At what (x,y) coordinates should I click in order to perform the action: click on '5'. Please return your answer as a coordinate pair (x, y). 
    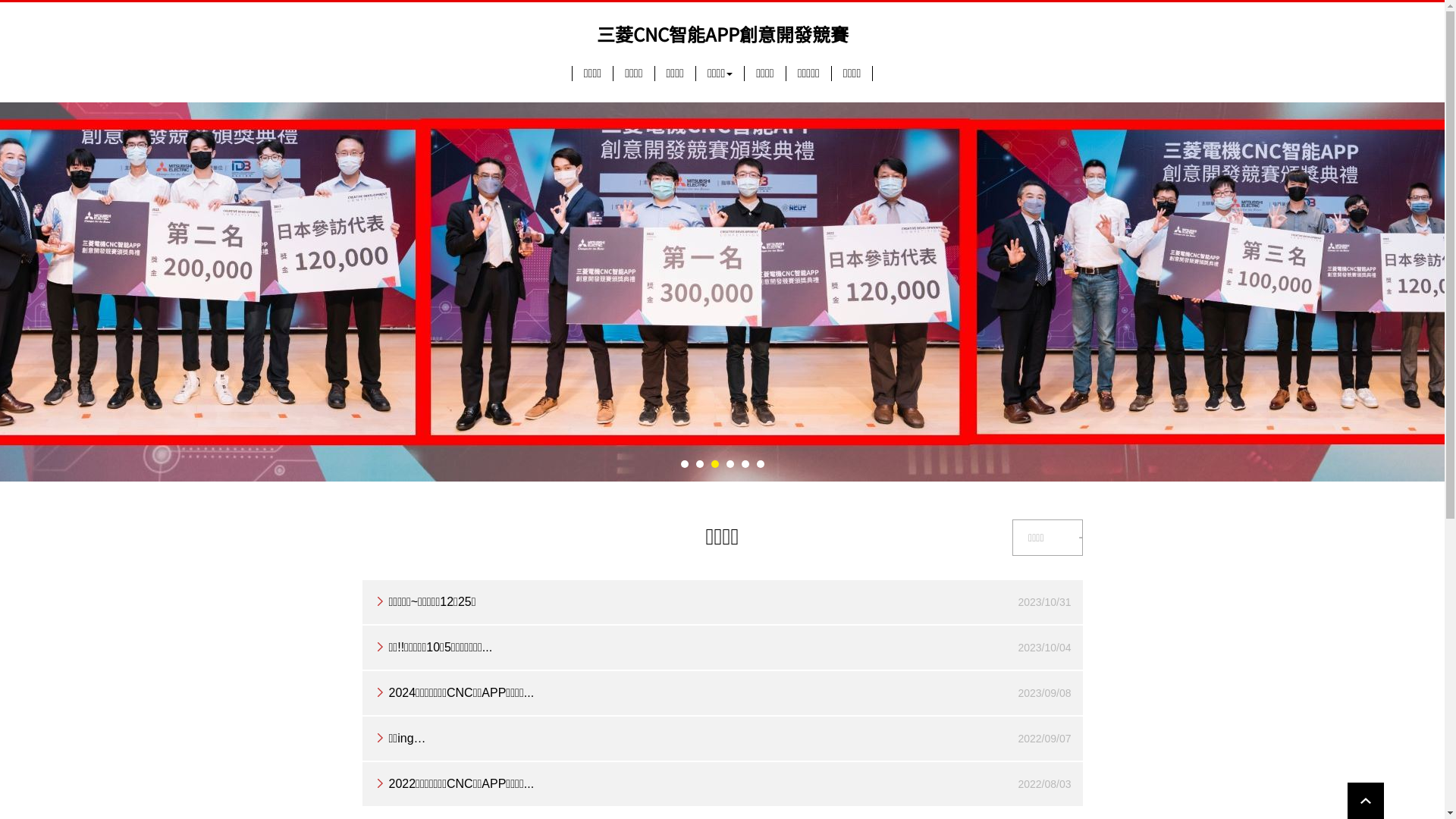
    Looking at the image, I should click on (745, 462).